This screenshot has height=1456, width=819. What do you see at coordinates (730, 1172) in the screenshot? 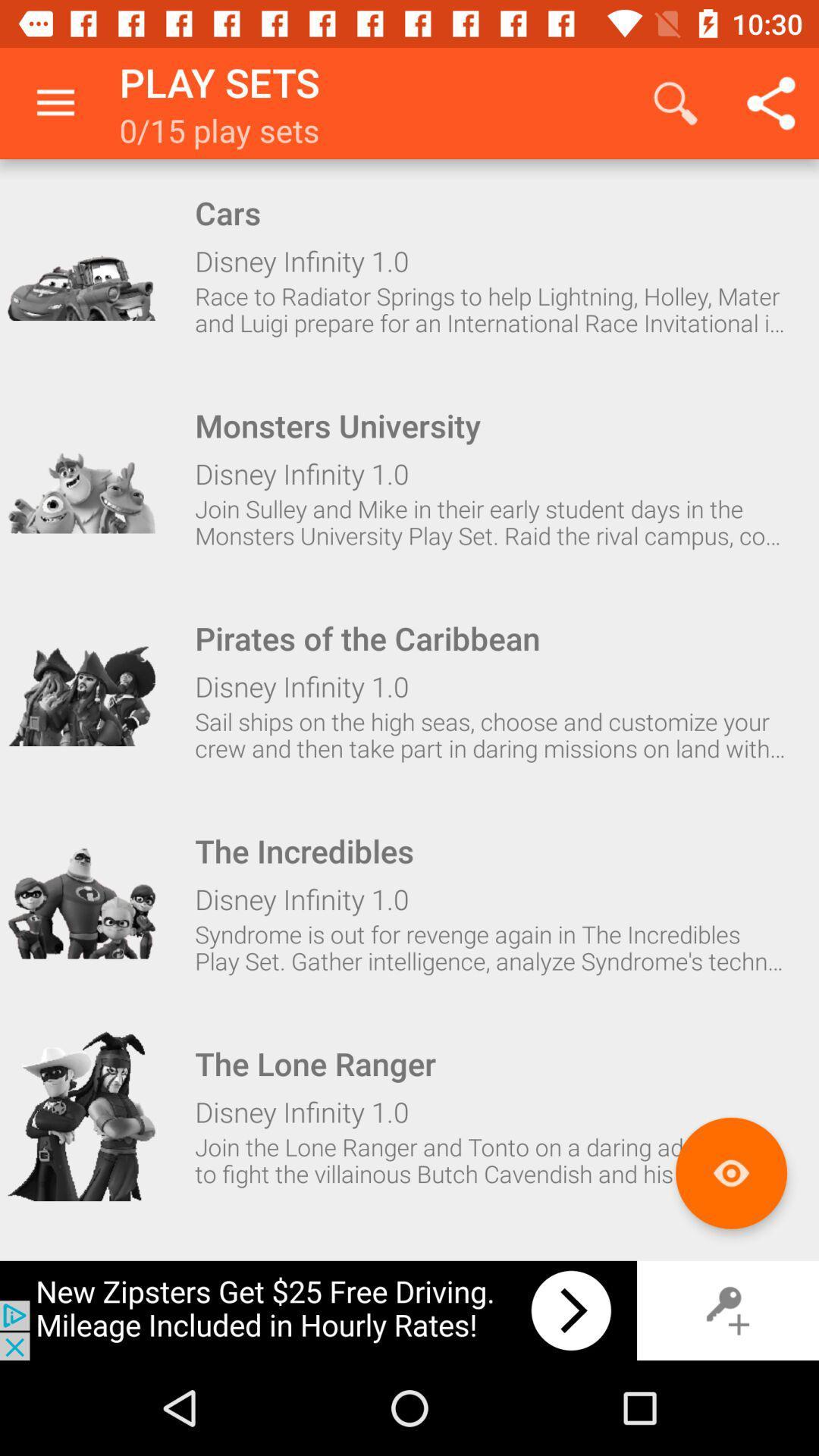
I see `articles` at bounding box center [730, 1172].